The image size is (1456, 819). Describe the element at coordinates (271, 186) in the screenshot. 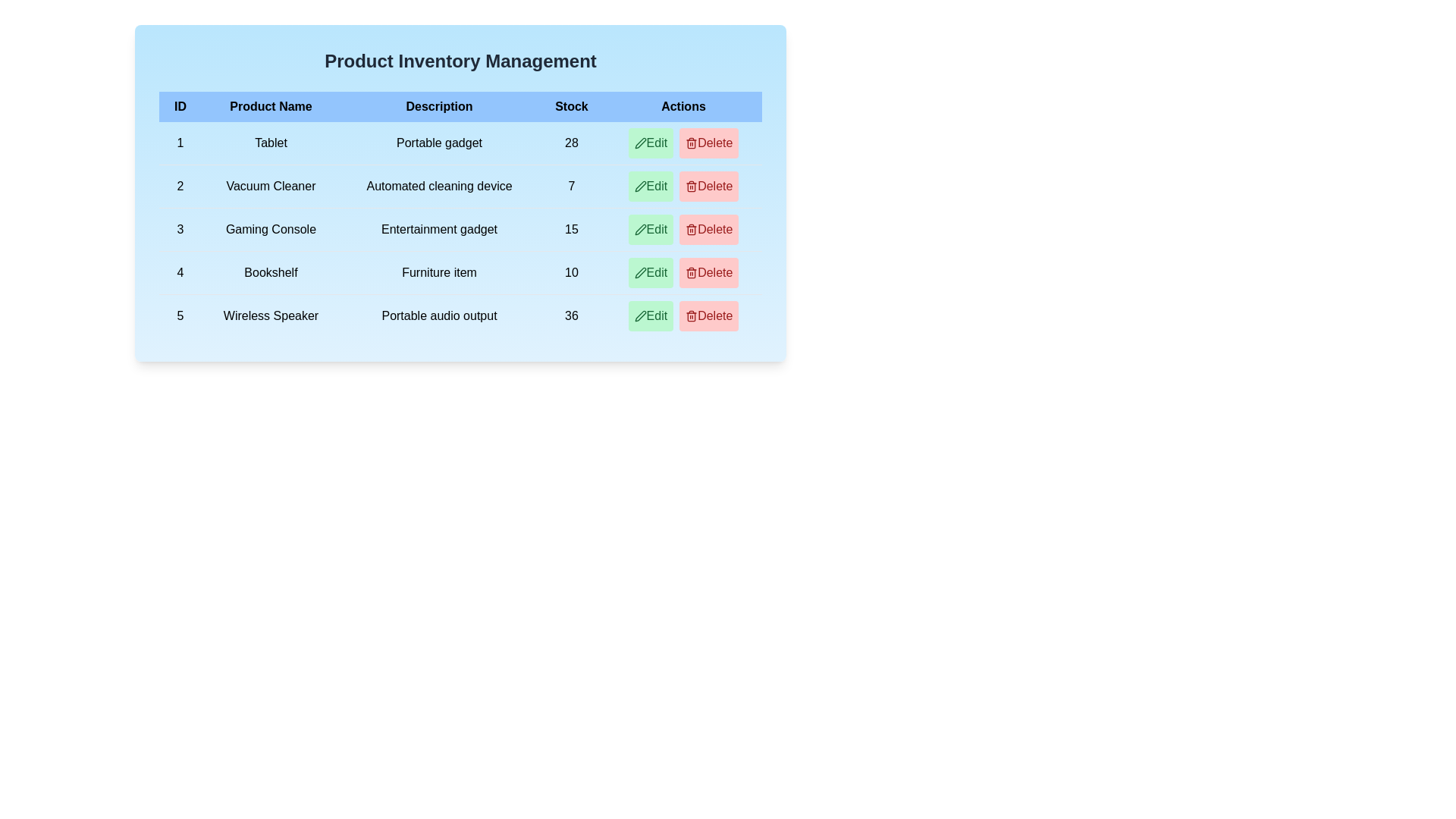

I see `the Text label in the second row, second column of the product inventory table that displays the product name` at that location.